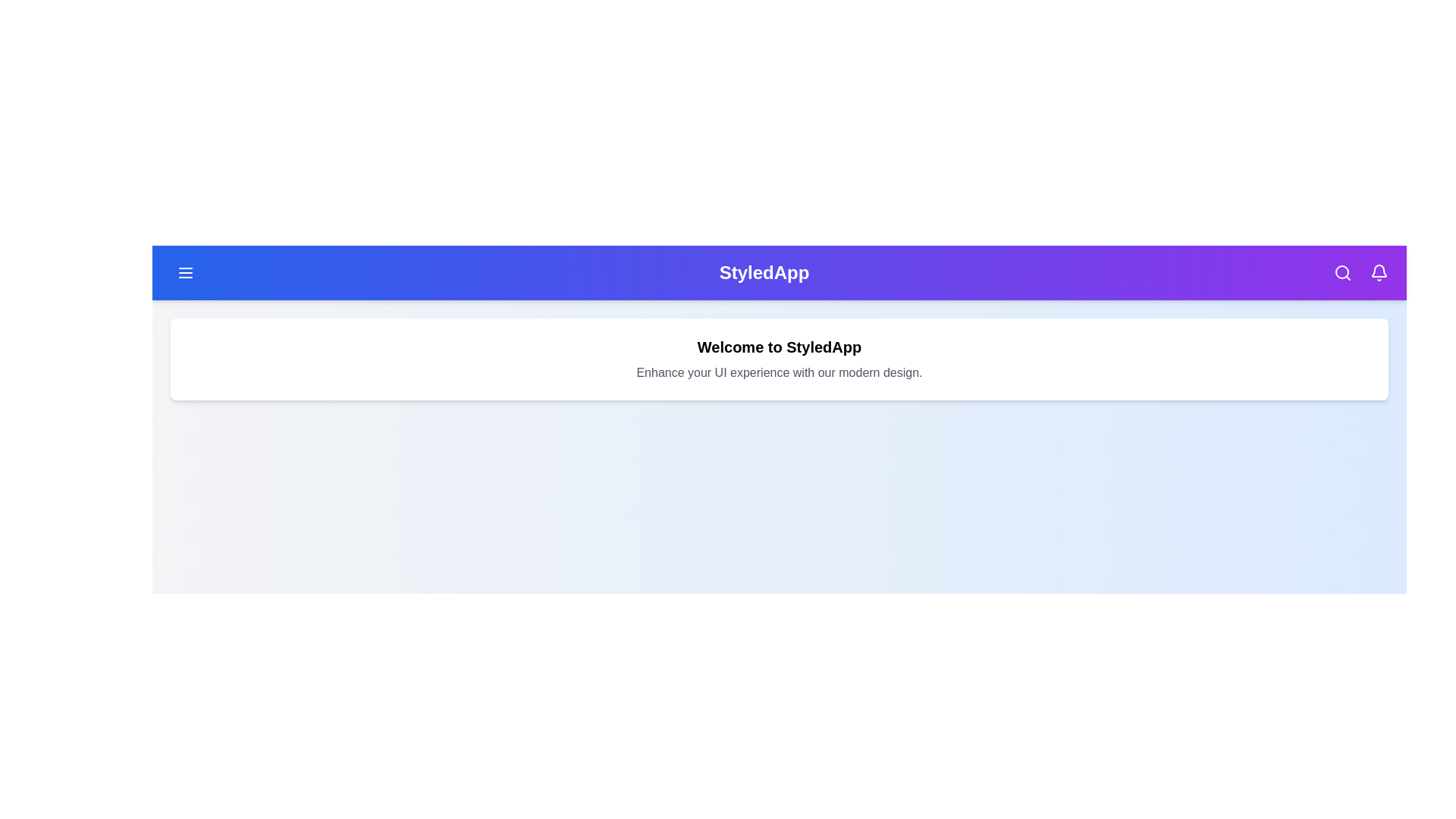  I want to click on the bell icon located on the right of the app bar, so click(1379, 271).